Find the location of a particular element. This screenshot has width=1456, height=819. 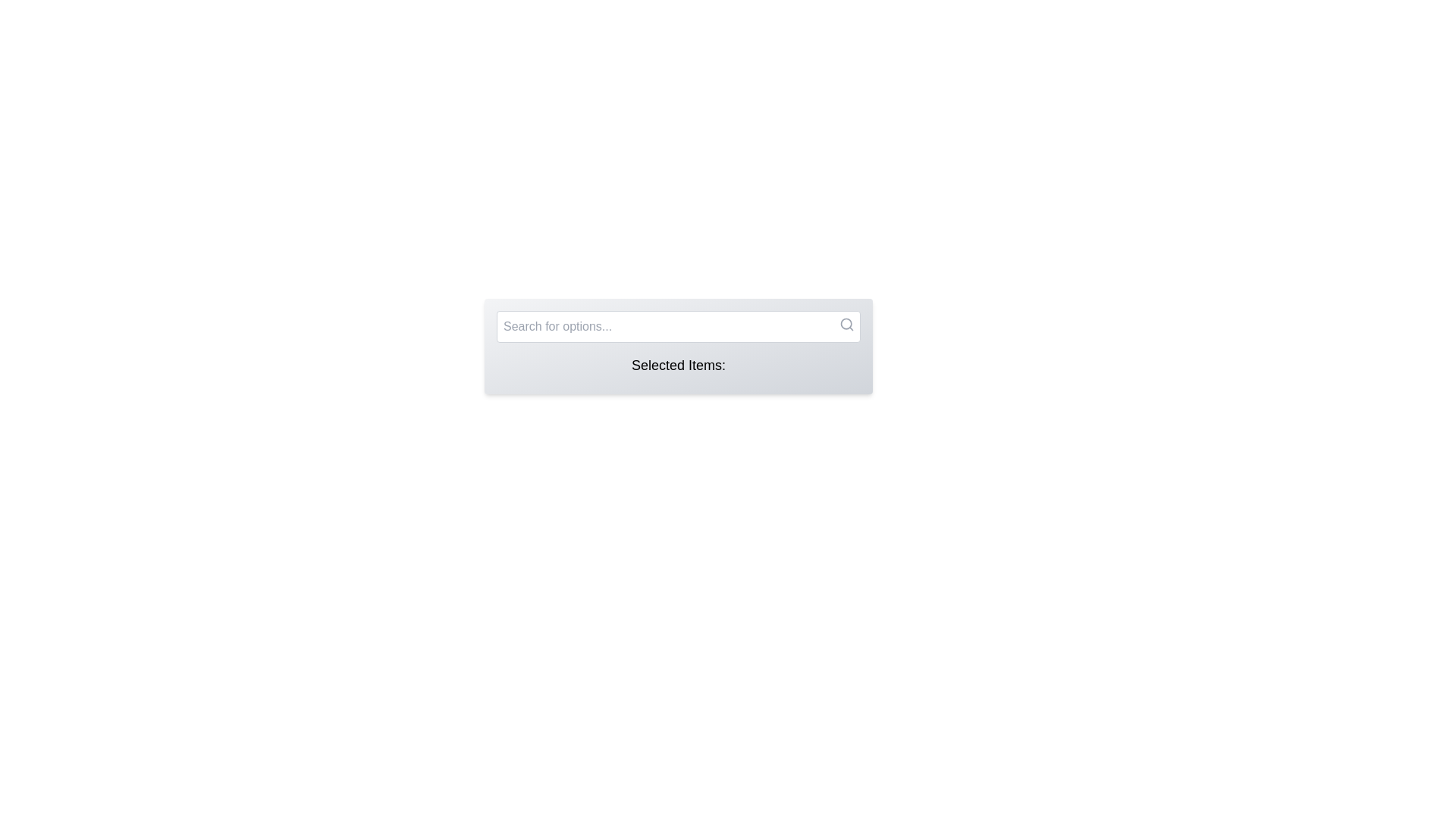

the search icon, which is a gray magnifying glass graphic located at the top-right corner of the search input field is located at coordinates (846, 324).